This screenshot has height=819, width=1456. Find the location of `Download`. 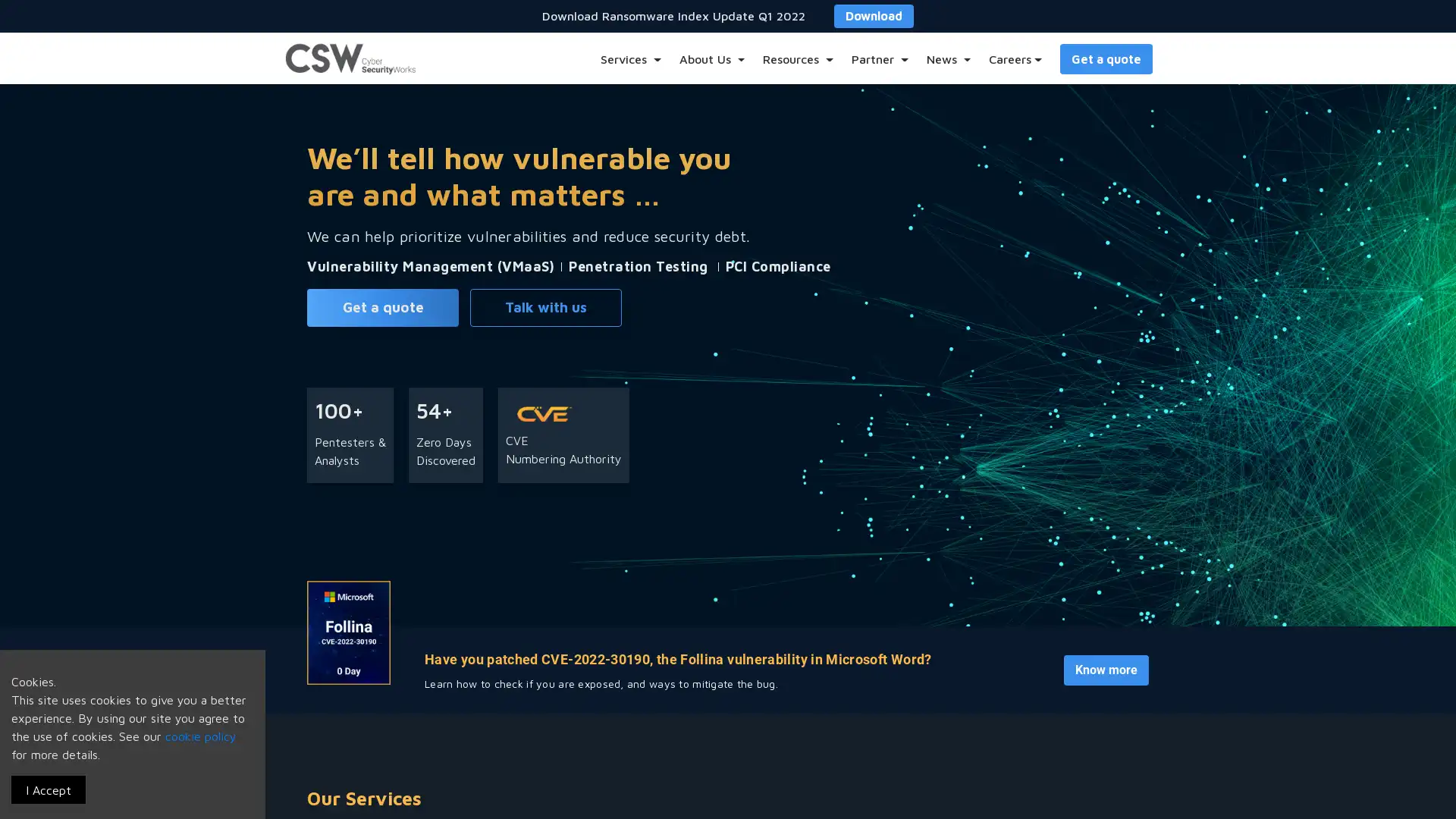

Download is located at coordinates (874, 16).